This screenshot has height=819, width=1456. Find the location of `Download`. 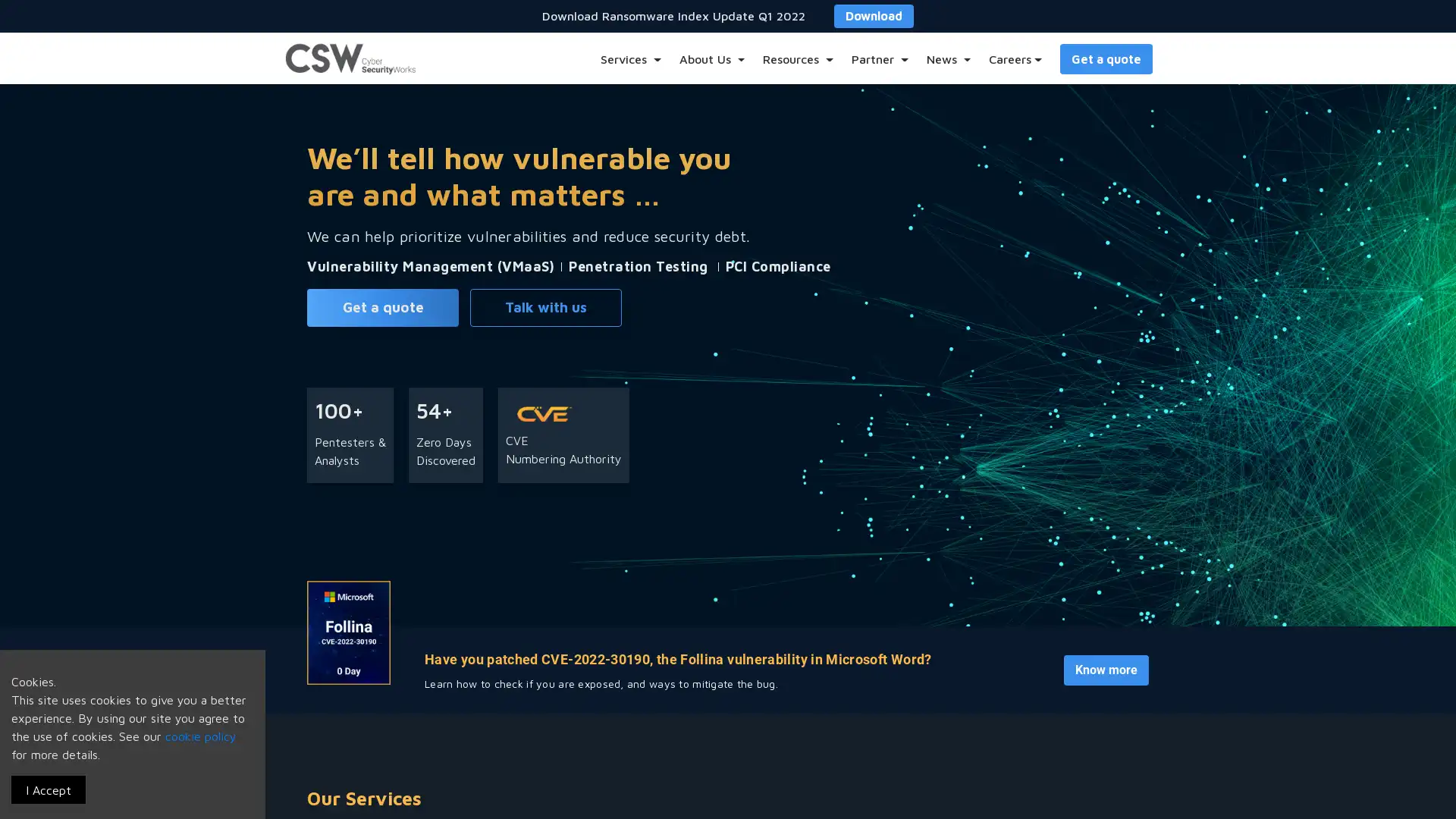

Download is located at coordinates (874, 16).